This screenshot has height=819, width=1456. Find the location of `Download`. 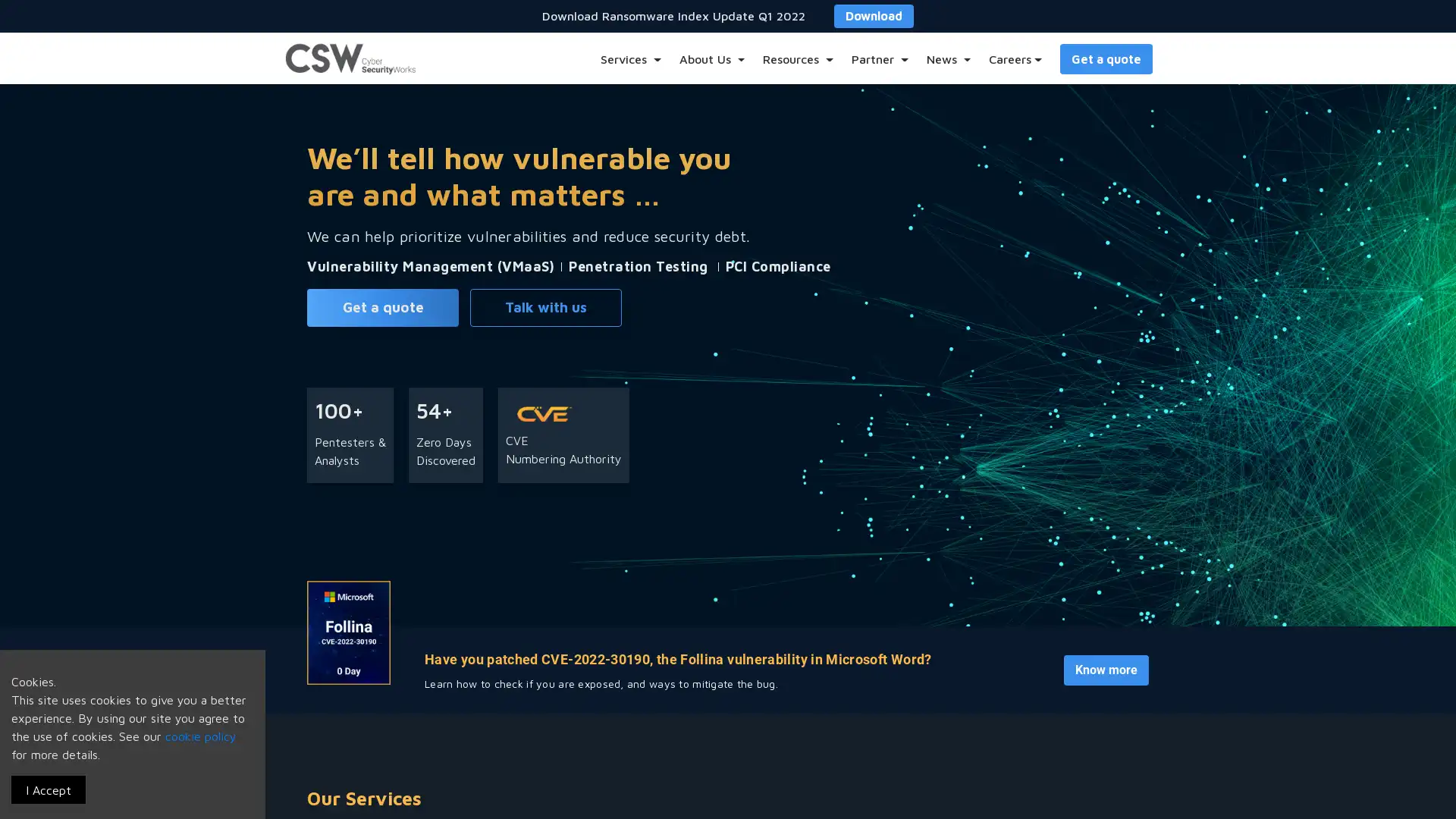

Download is located at coordinates (874, 16).